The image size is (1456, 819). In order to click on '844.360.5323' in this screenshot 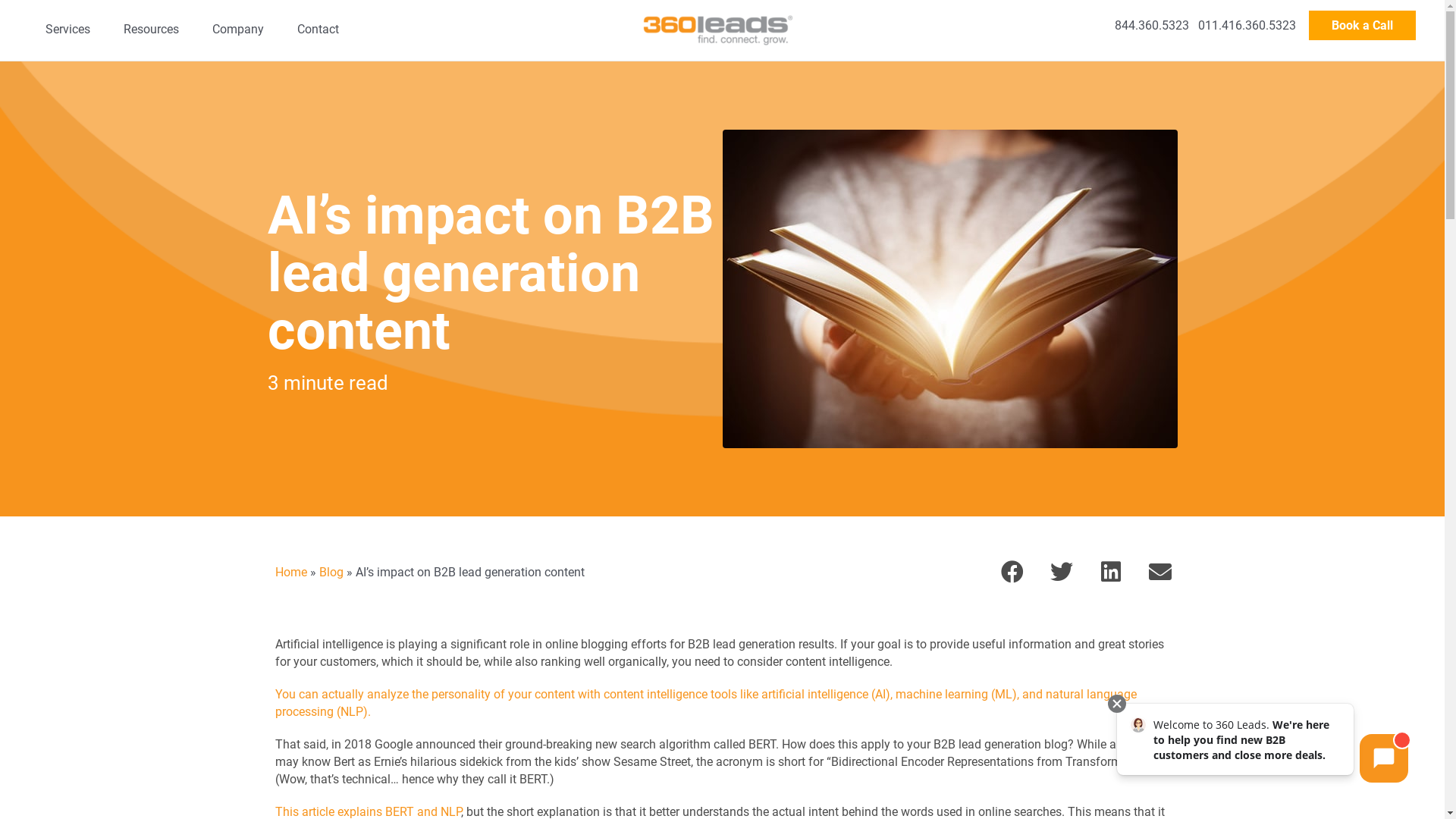, I will do `click(1114, 25)`.